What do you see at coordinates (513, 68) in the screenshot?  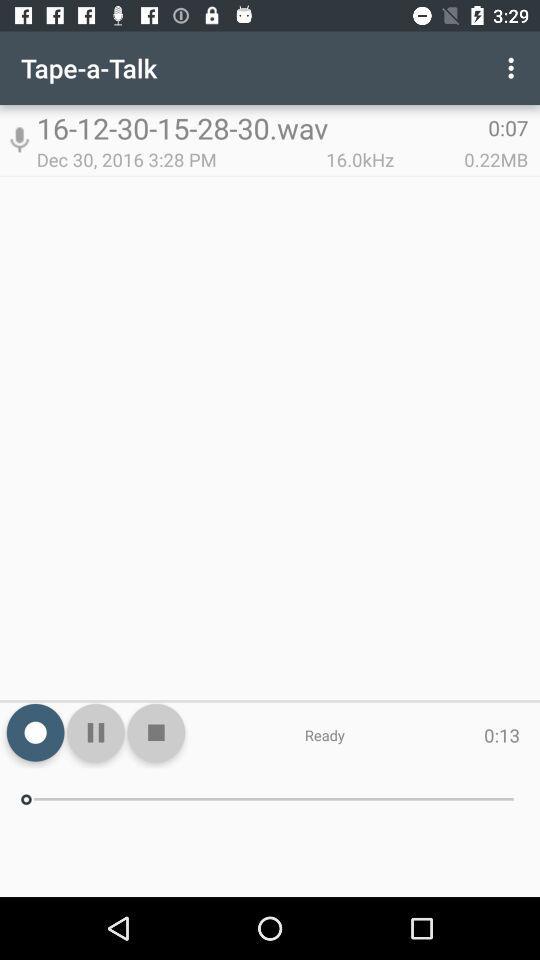 I see `the item to the right of 16 12 30 item` at bounding box center [513, 68].